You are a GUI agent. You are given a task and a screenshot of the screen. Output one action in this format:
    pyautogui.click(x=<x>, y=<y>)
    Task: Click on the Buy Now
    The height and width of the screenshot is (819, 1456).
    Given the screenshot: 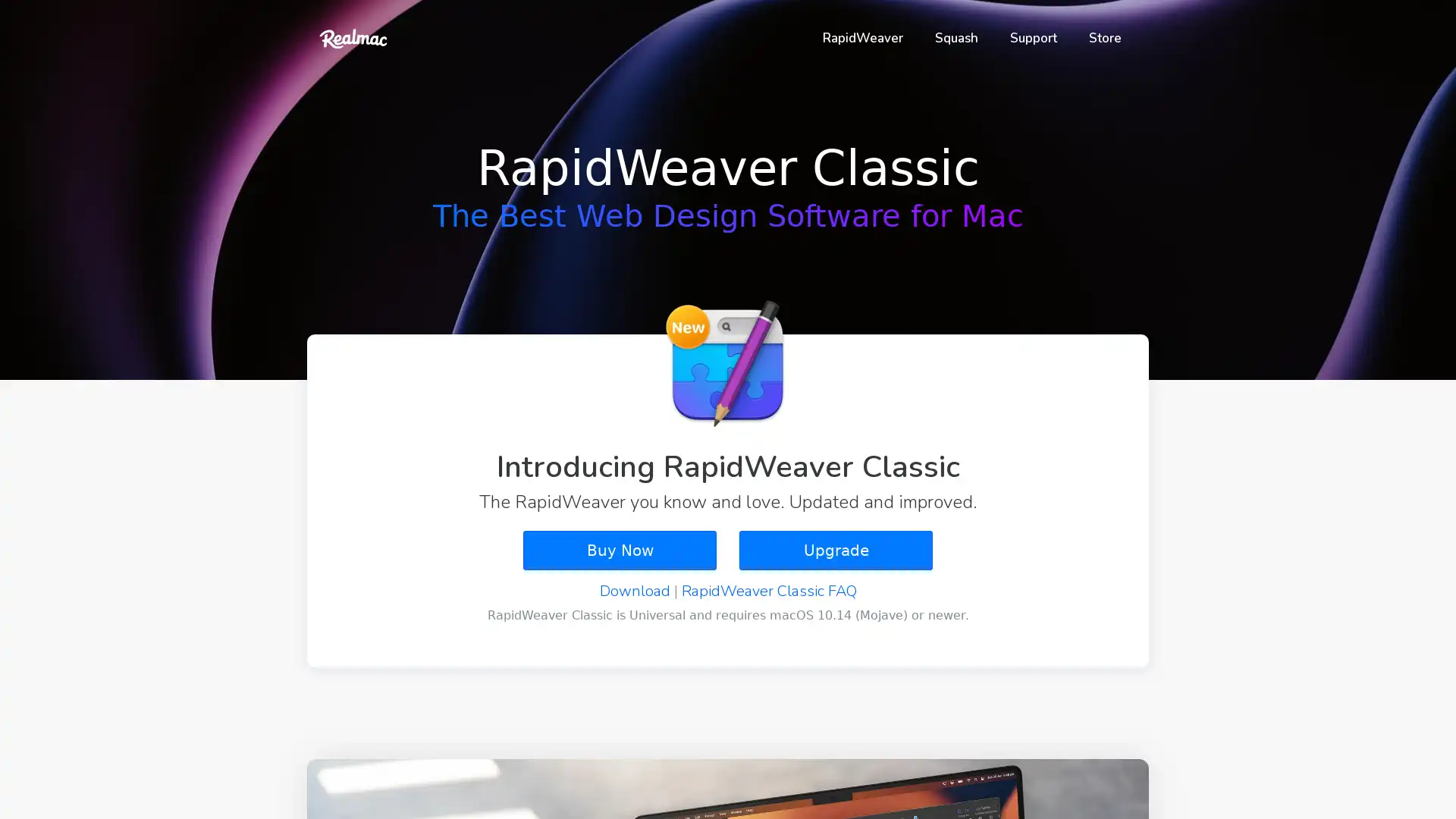 What is the action you would take?
    pyautogui.click(x=620, y=550)
    